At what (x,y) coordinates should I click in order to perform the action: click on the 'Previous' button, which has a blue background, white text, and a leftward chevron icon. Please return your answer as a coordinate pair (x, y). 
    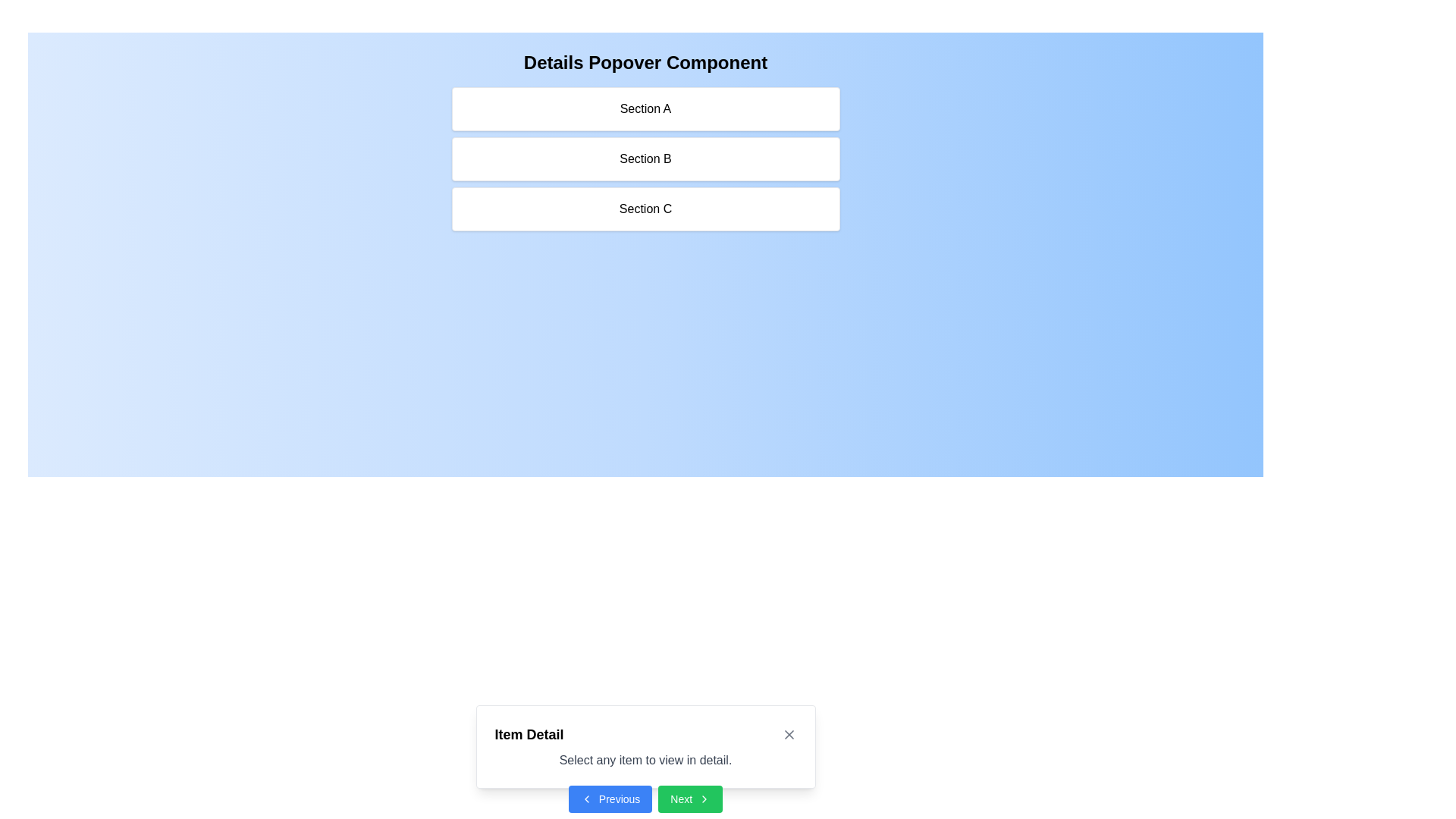
    Looking at the image, I should click on (610, 798).